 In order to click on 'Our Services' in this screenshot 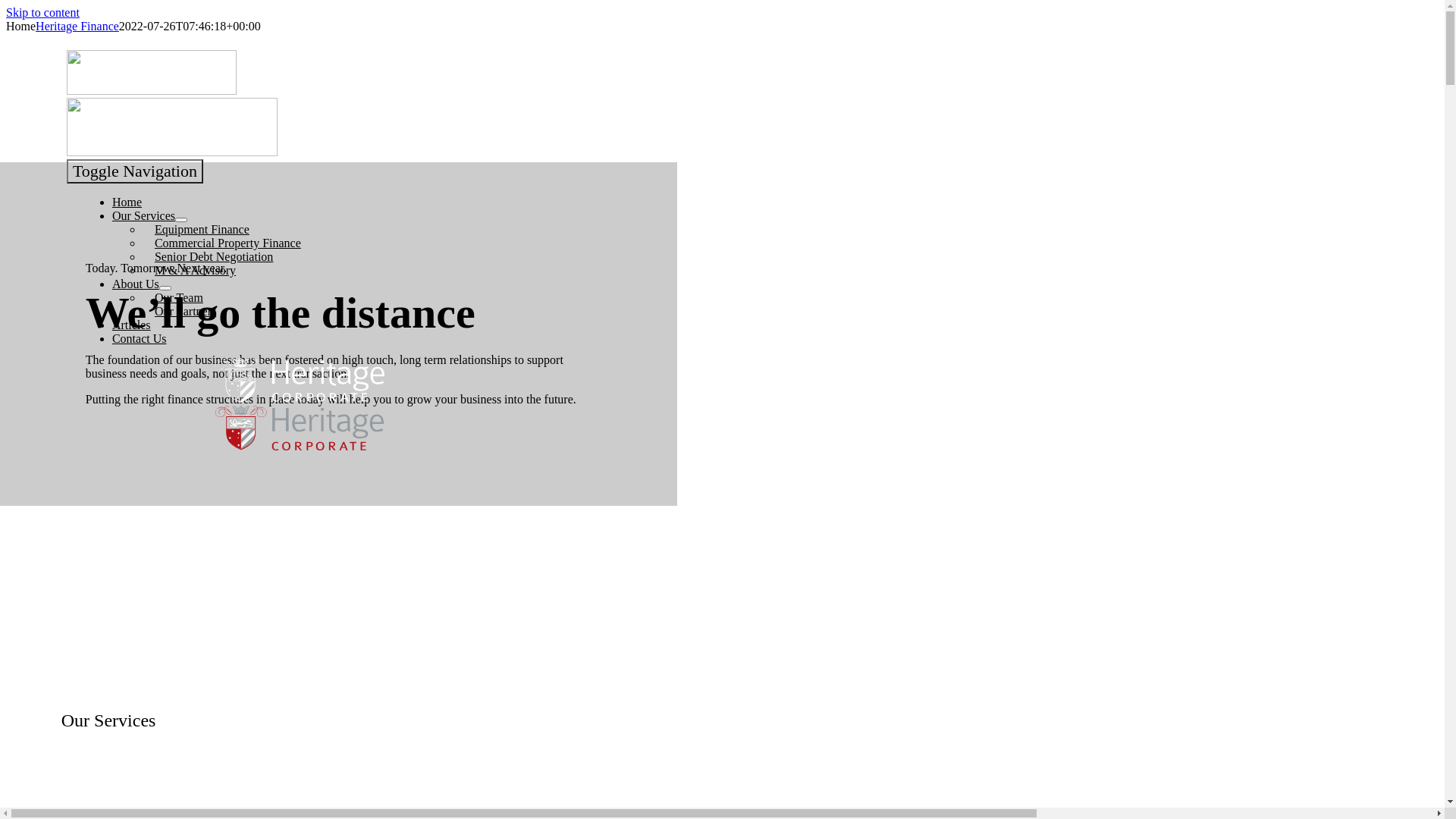, I will do `click(143, 215)`.